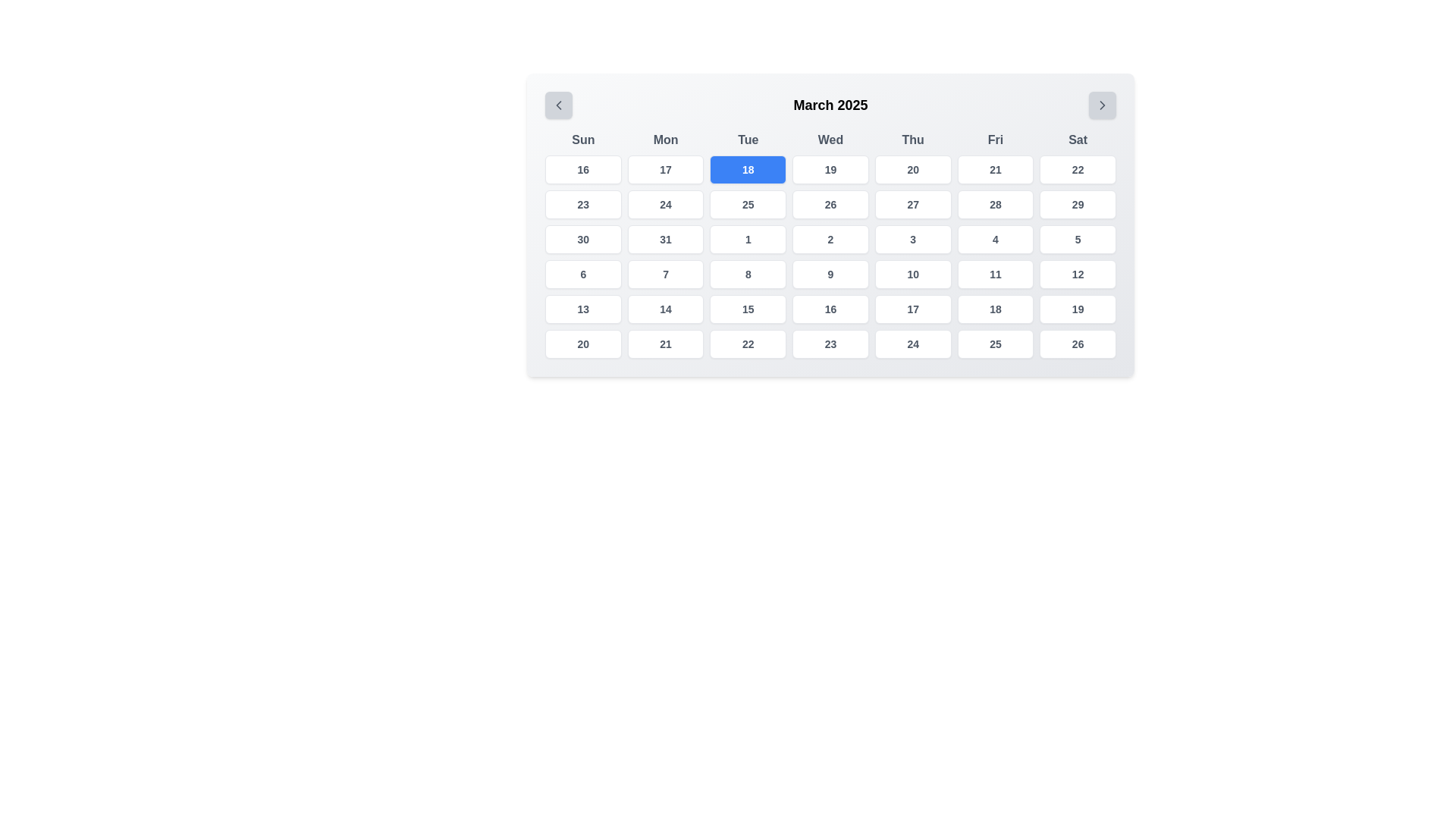  I want to click on the label displaying 'Thu' in a bold, sans-serif font, which is the fifth element in a horizontal row of days of the week within a calendar interface, so click(912, 140).